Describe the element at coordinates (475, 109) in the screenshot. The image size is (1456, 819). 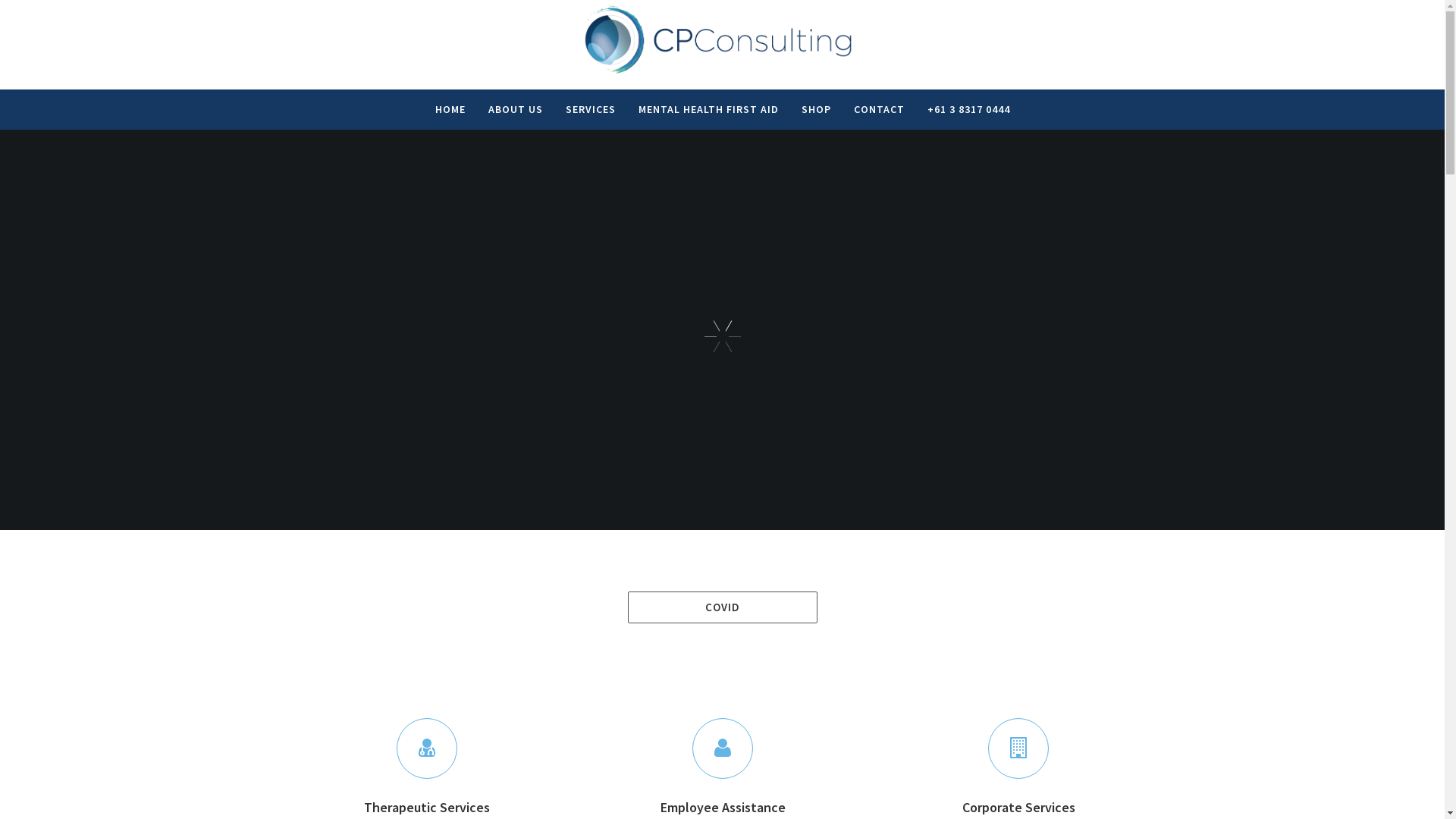
I see `'ABOUT US'` at that location.